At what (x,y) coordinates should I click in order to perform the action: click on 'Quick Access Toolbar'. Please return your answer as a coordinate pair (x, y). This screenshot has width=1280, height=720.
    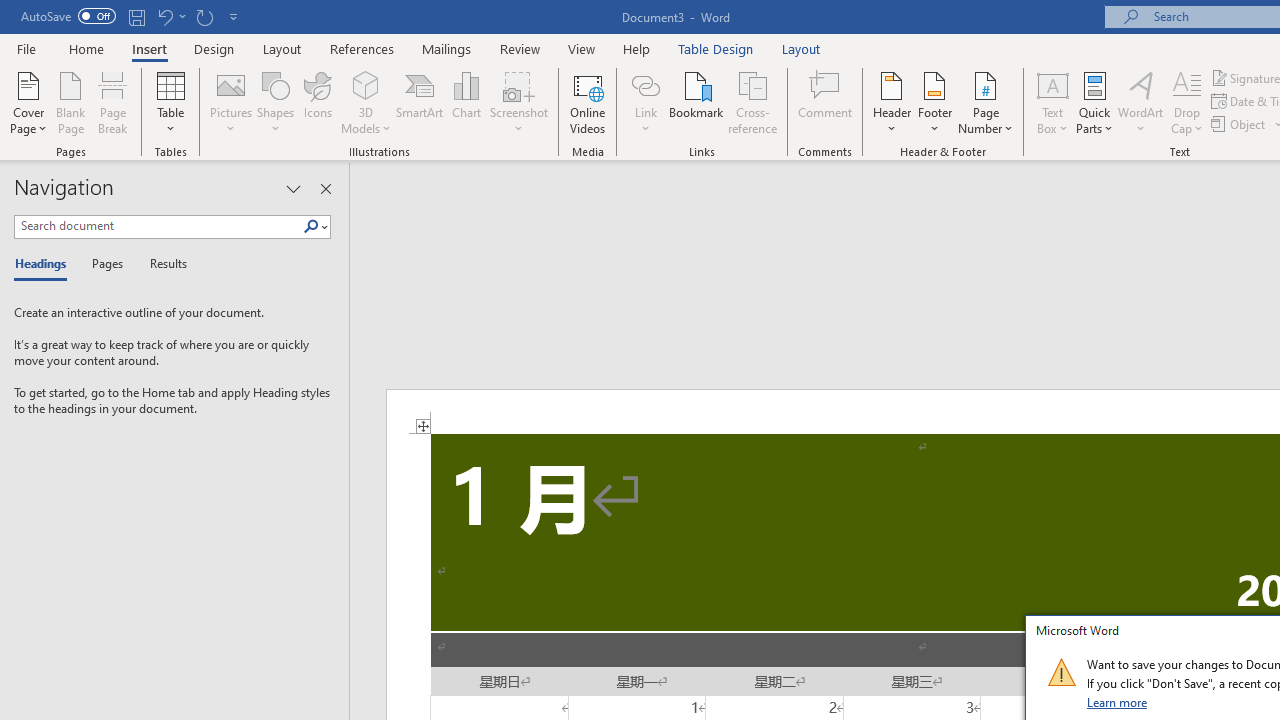
    Looking at the image, I should click on (130, 16).